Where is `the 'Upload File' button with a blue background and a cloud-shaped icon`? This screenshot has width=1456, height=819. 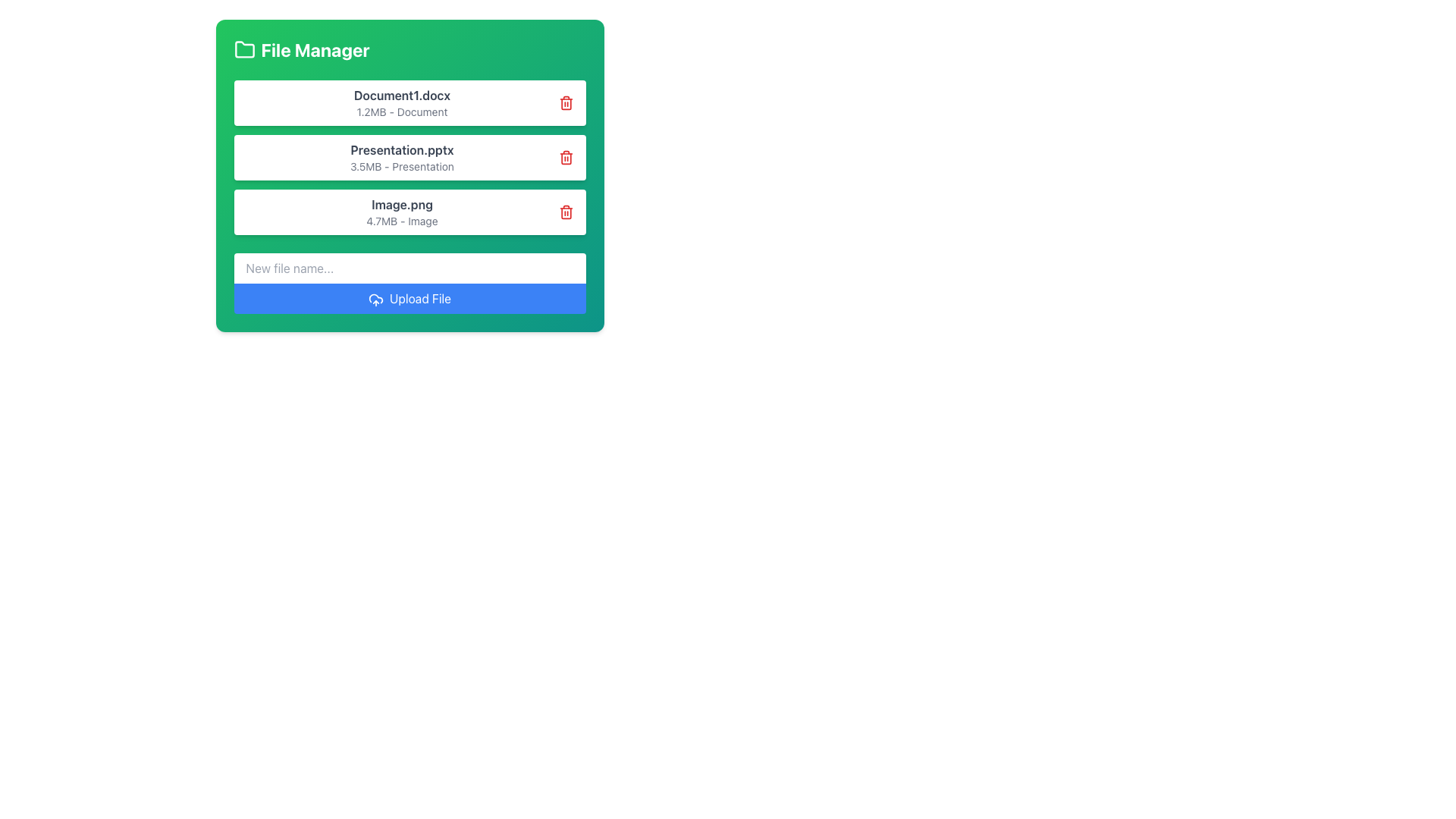 the 'Upload File' button with a blue background and a cloud-shaped icon is located at coordinates (409, 298).